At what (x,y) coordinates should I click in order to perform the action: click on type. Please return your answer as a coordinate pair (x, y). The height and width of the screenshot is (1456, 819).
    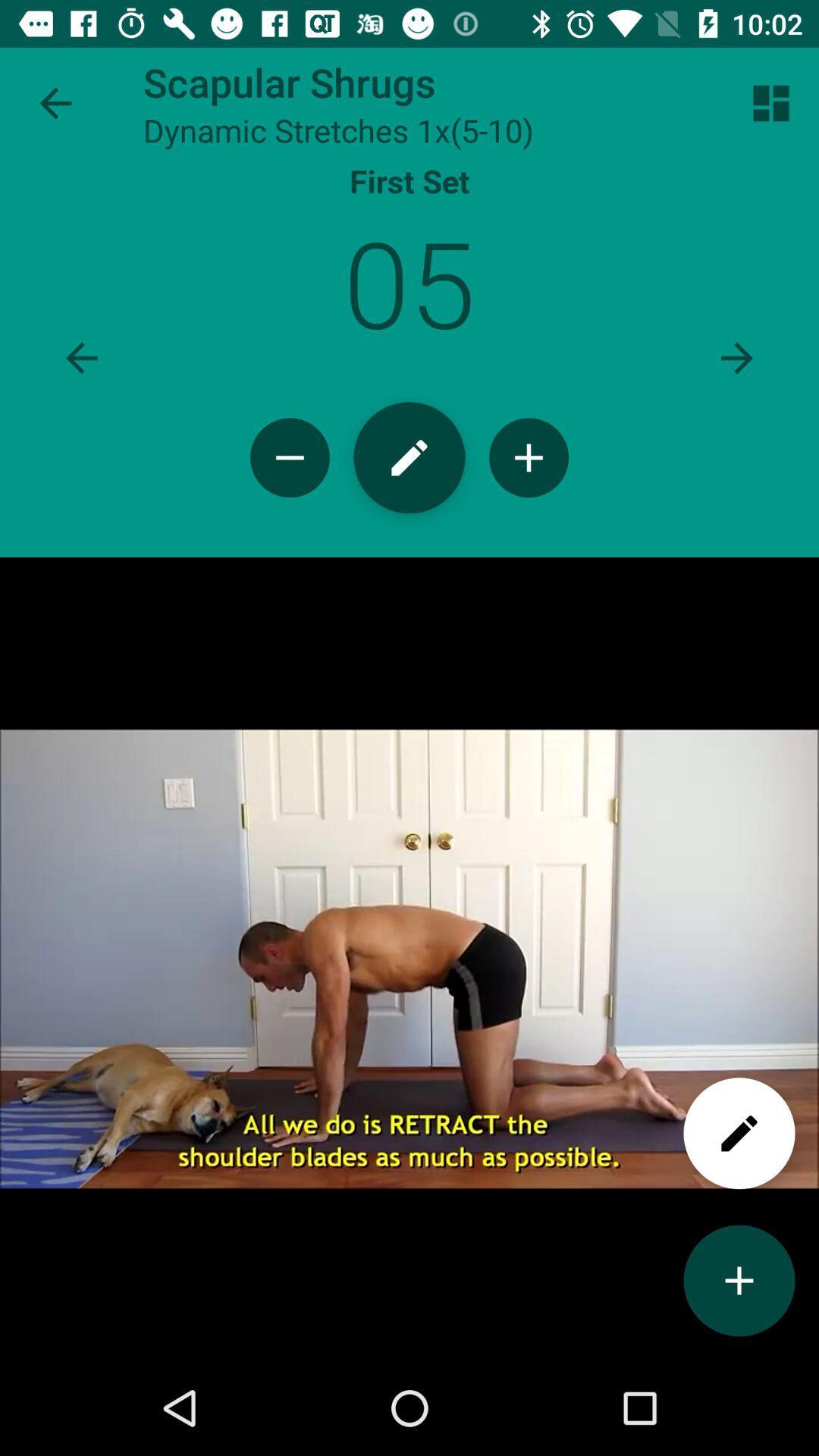
    Looking at the image, I should click on (409, 457).